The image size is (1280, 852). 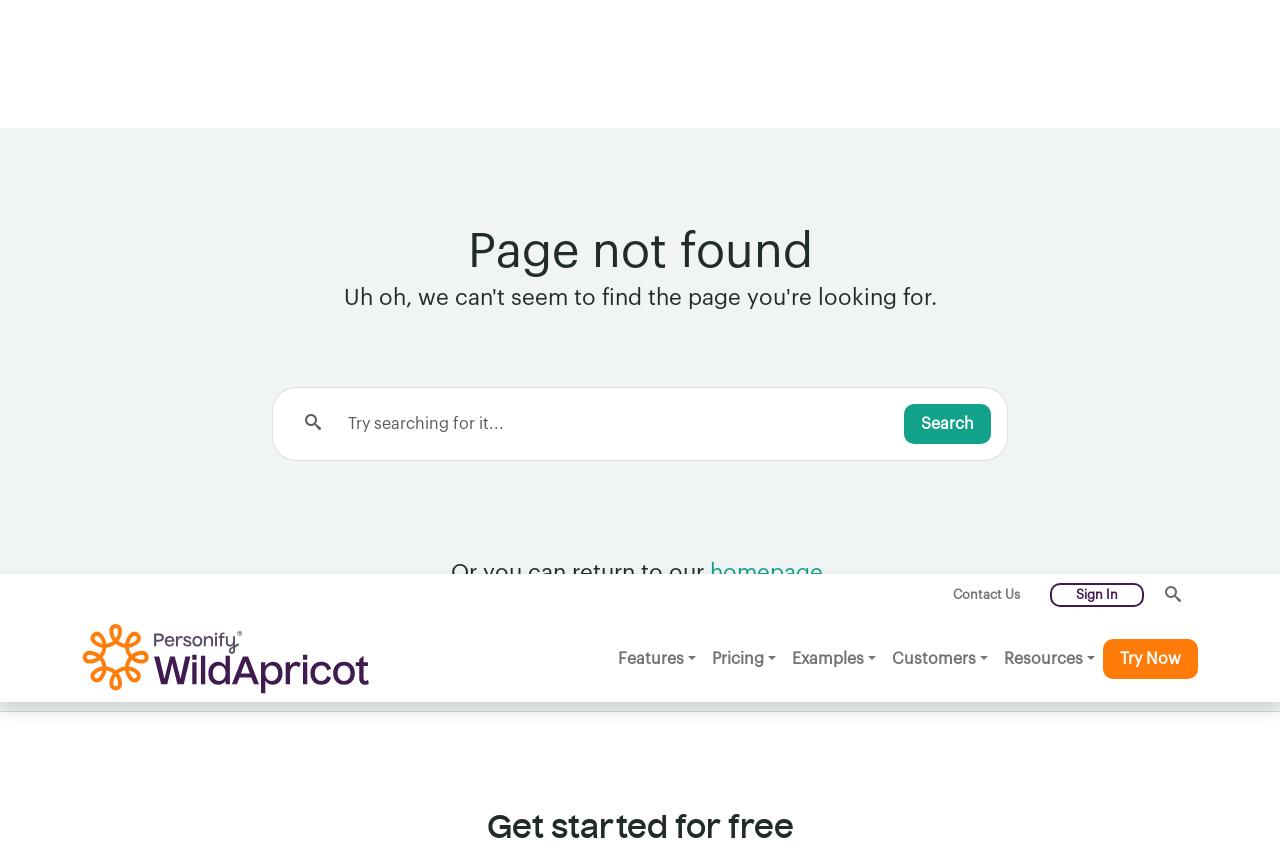 I want to click on 'Organizational Management', so click(x=364, y=777).